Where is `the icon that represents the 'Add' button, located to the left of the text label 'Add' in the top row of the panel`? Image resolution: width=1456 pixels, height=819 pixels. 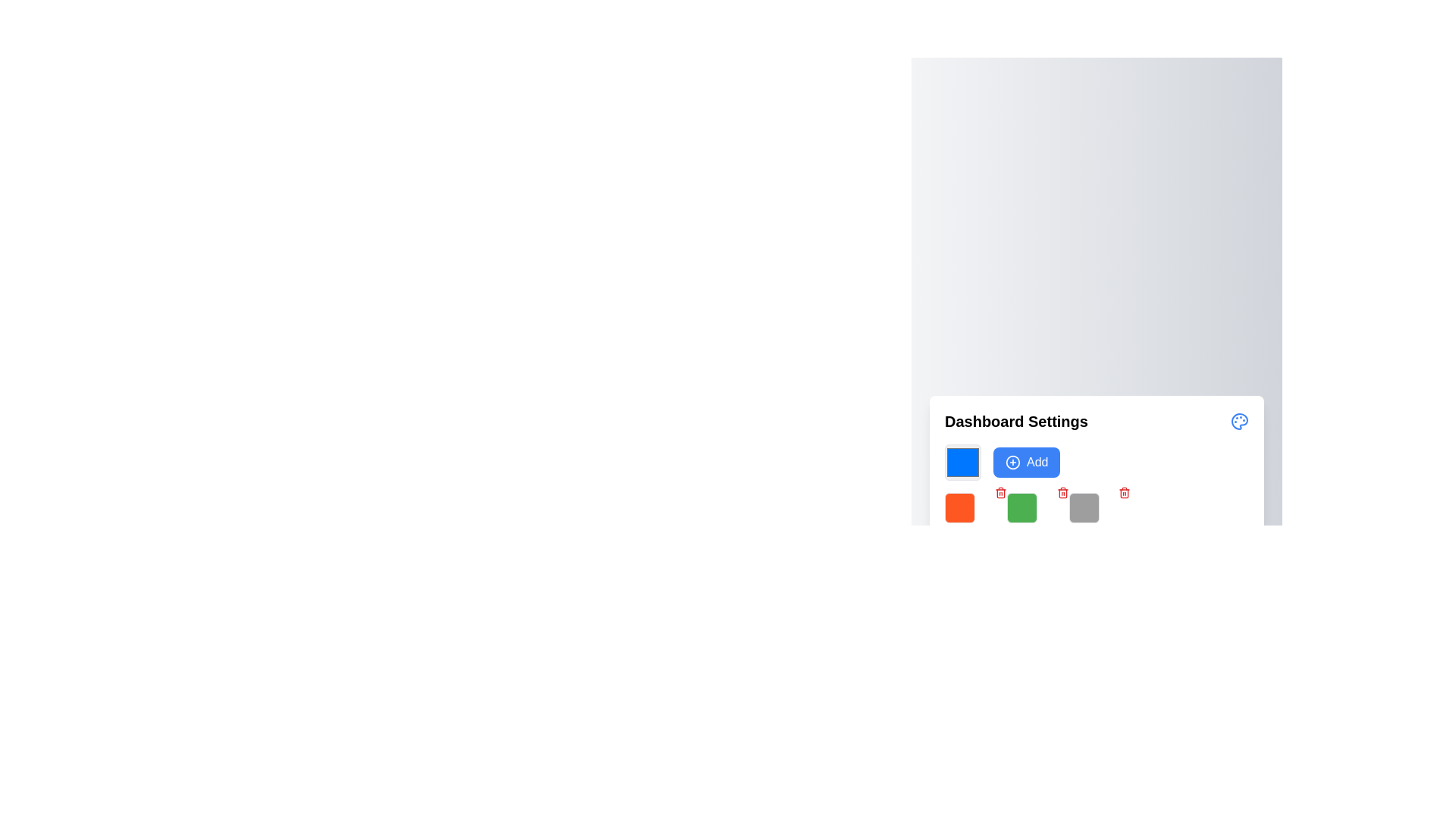 the icon that represents the 'Add' button, located to the left of the text label 'Add' in the top row of the panel is located at coordinates (1012, 461).